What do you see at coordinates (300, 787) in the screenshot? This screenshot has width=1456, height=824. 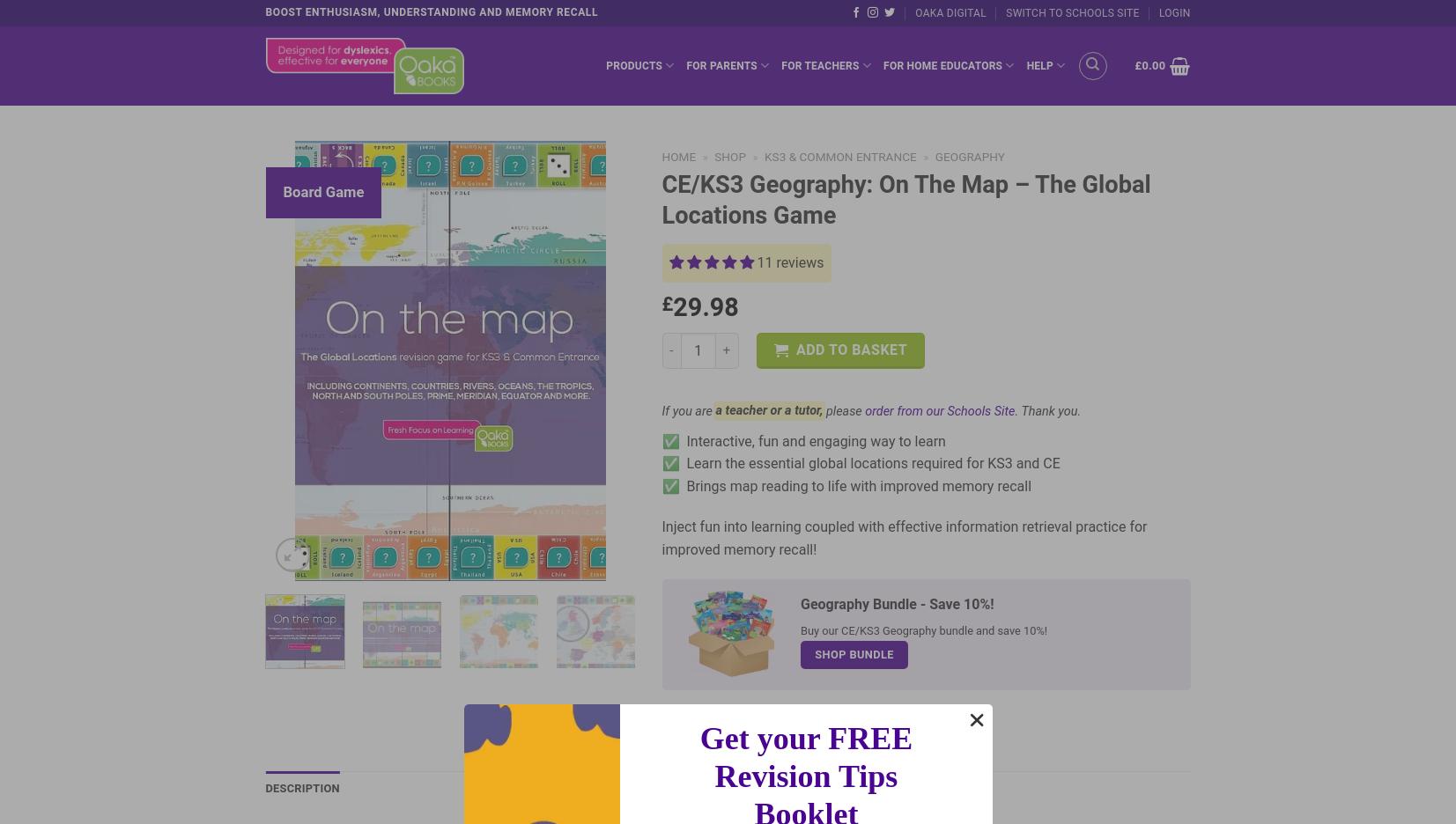 I see `'Description'` at bounding box center [300, 787].